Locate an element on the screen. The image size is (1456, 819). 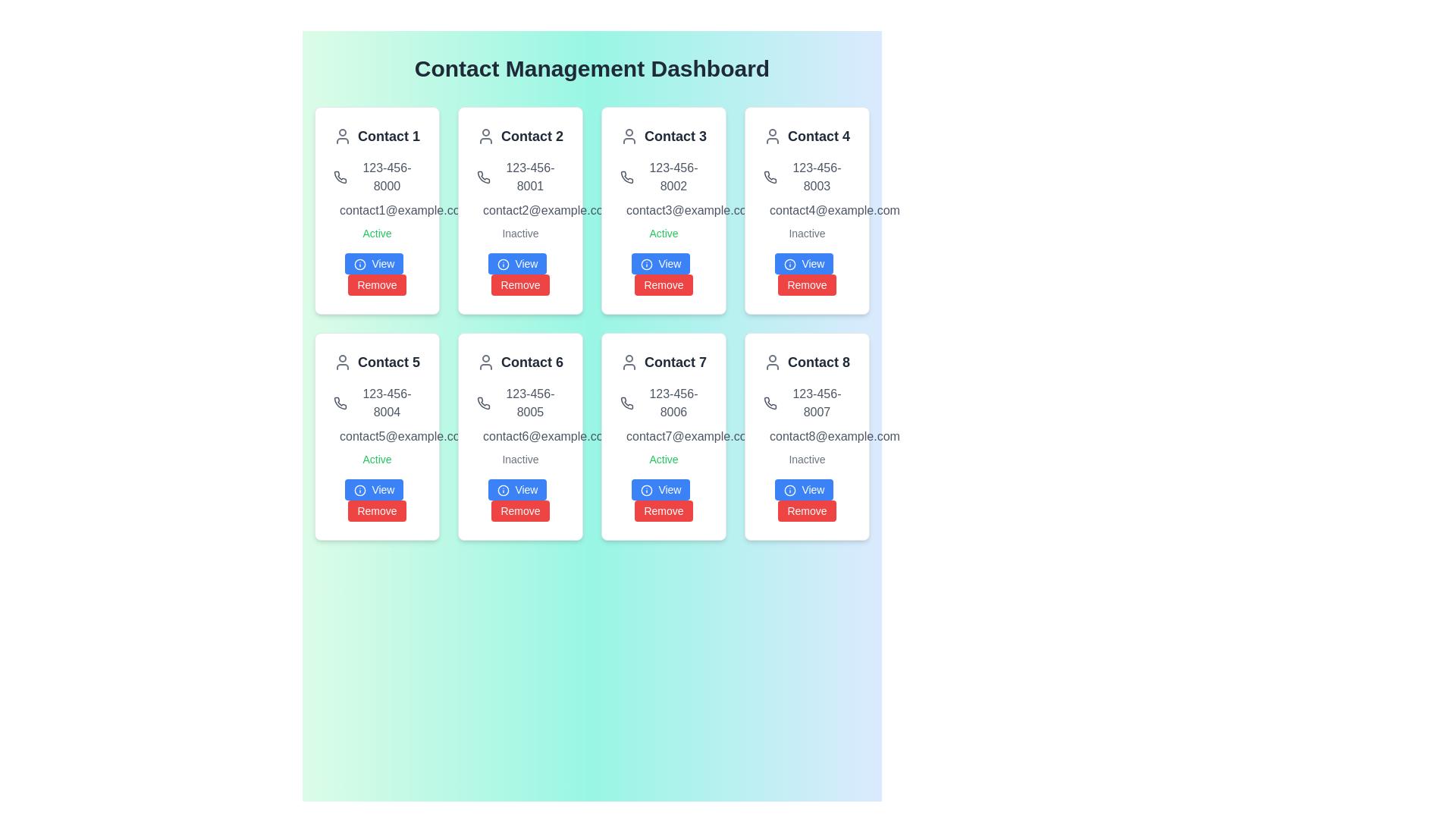
the first button below the 'Contact 1' card in the 'Contact Management Dashboard' is located at coordinates (374, 262).